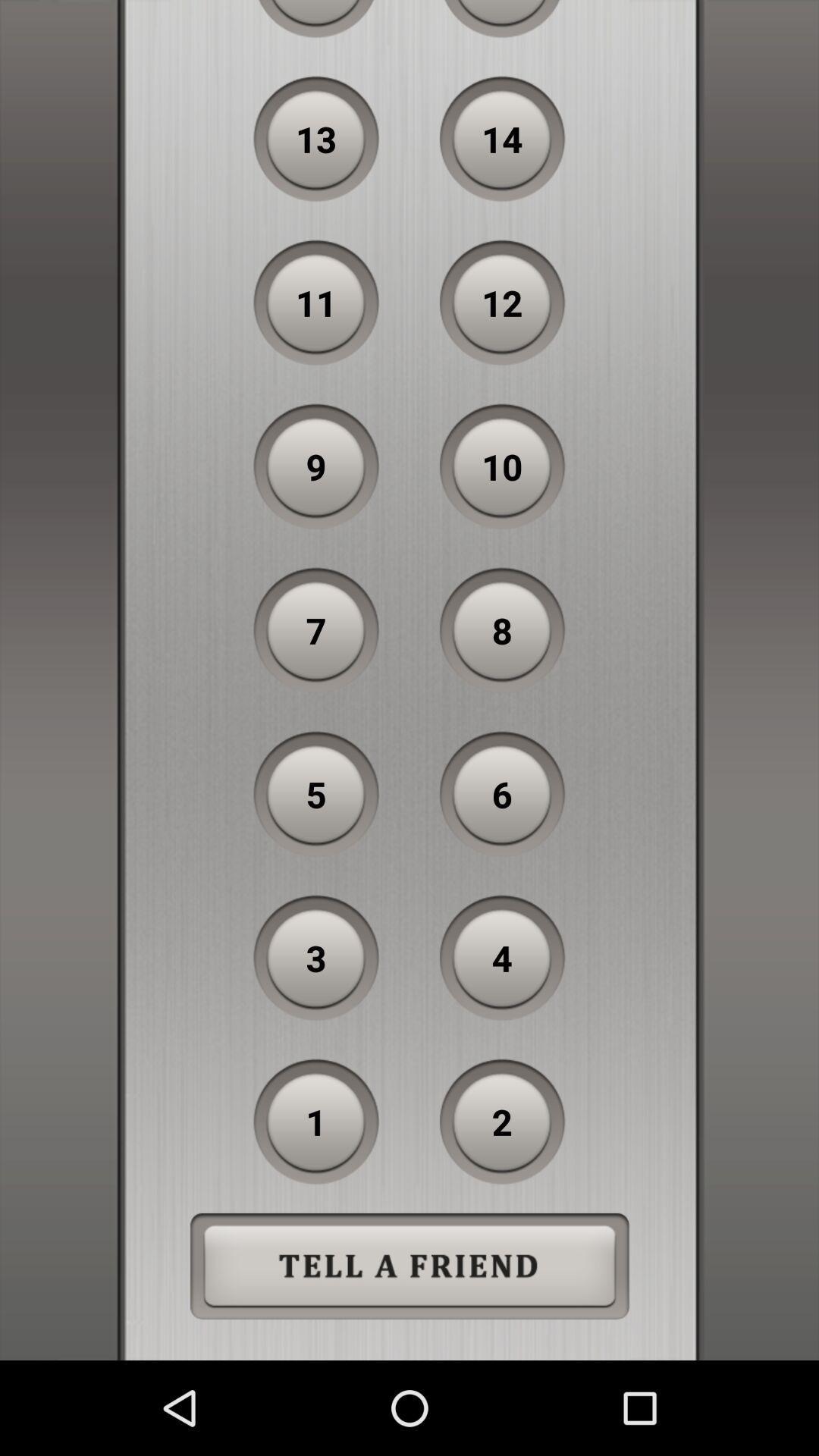  What do you see at coordinates (502, 630) in the screenshot?
I see `the 8 button` at bounding box center [502, 630].